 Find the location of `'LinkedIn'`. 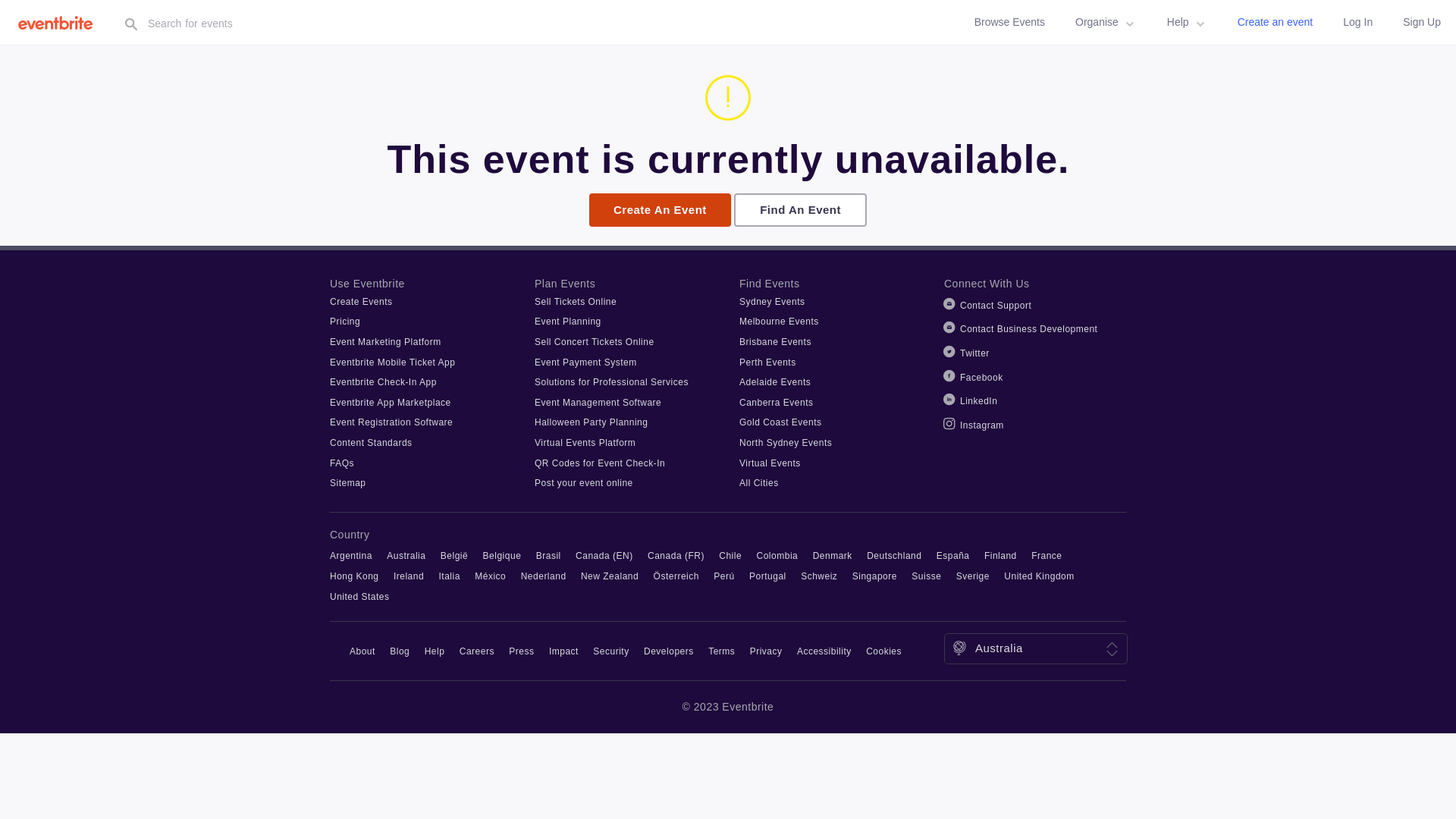

'LinkedIn' is located at coordinates (978, 400).